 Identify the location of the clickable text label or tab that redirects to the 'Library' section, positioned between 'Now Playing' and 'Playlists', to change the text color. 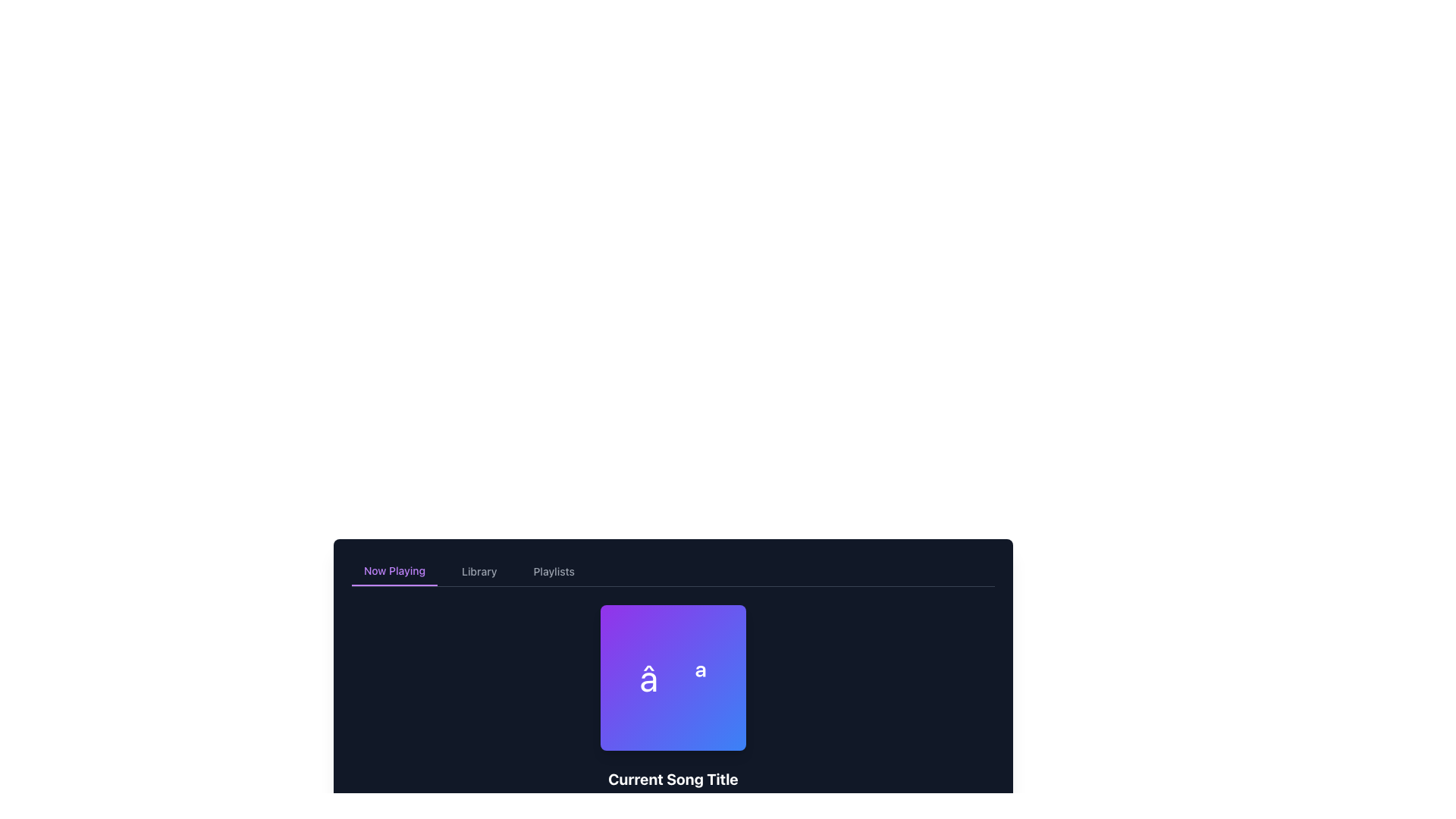
(479, 571).